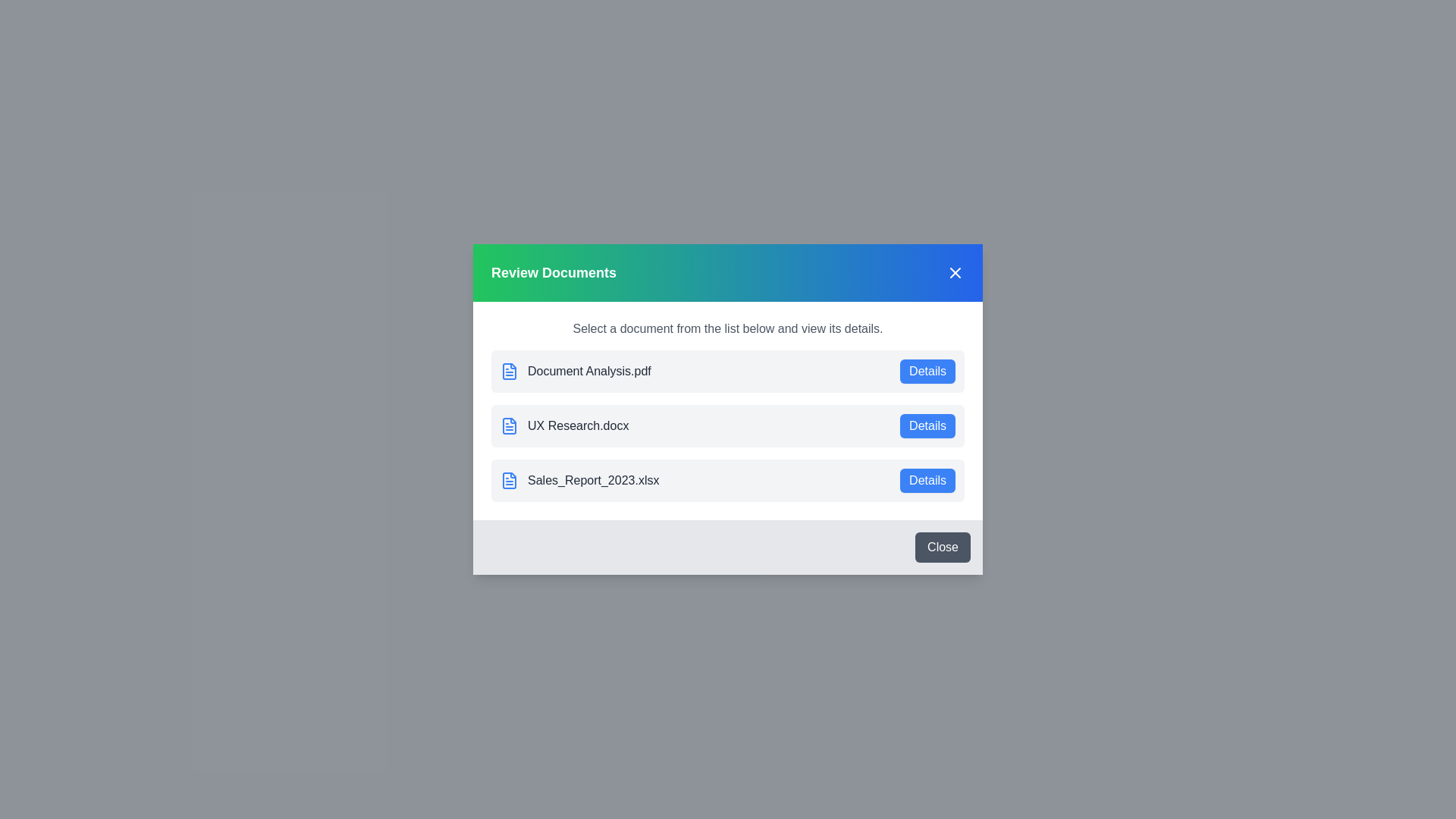 The width and height of the screenshot is (1456, 819). Describe the element at coordinates (927, 480) in the screenshot. I see `the details button for Sales_Report_2023.xlsx to view its details` at that location.